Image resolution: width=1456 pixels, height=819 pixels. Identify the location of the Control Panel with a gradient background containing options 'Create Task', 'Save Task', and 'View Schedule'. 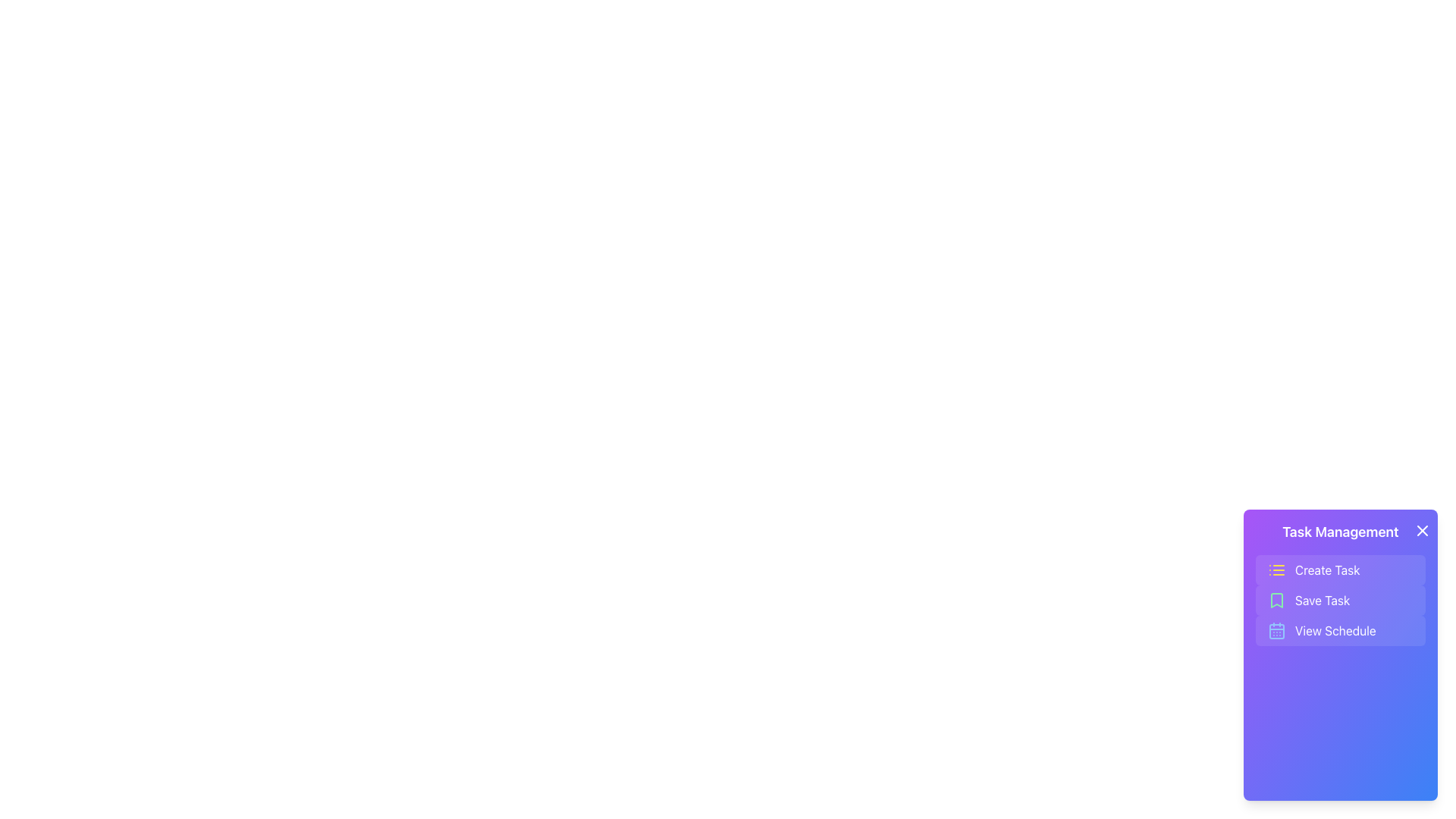
(1340, 654).